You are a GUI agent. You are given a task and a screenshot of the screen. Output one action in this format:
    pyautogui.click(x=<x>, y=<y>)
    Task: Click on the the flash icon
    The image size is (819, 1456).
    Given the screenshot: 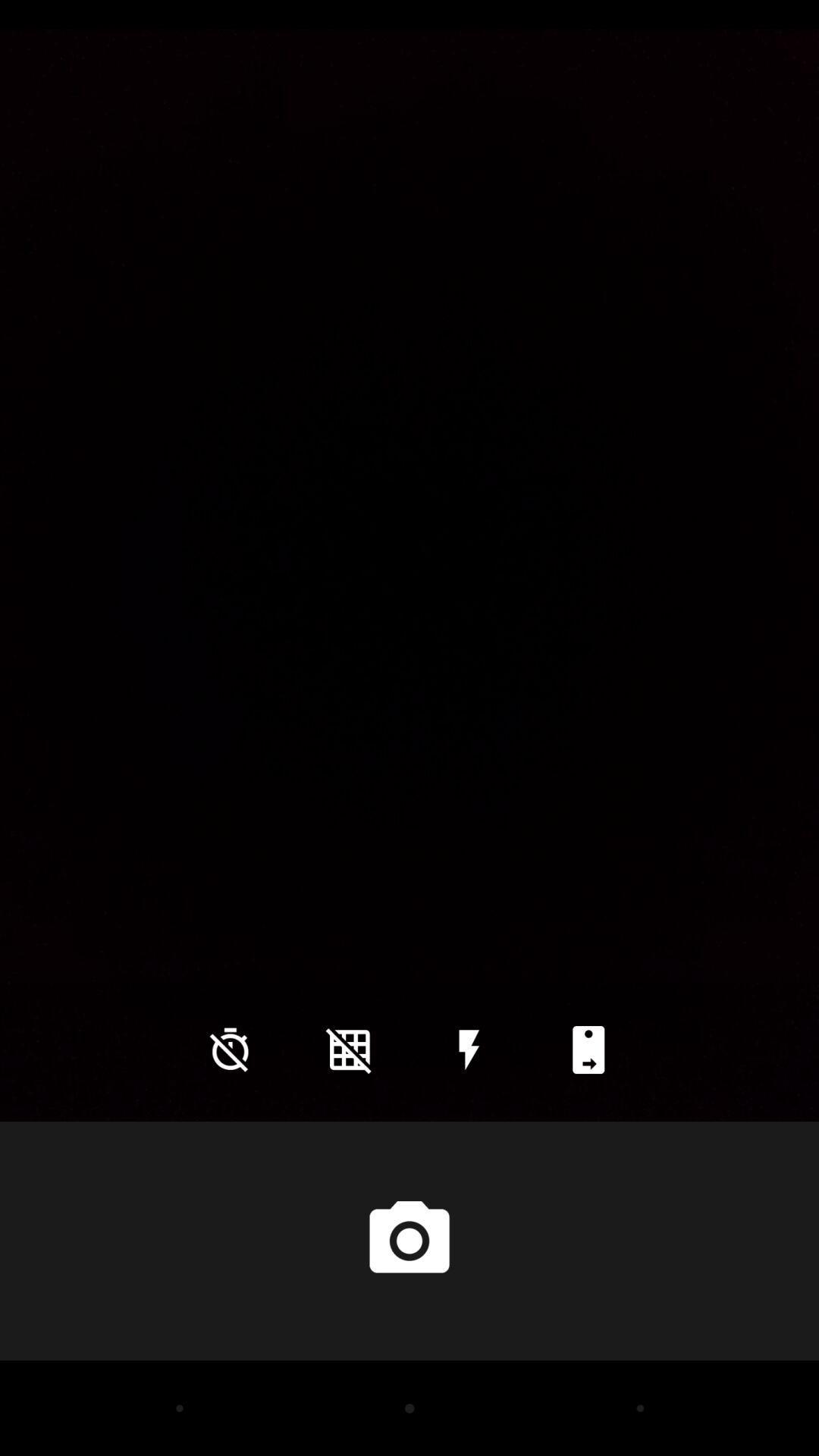 What is the action you would take?
    pyautogui.click(x=468, y=1049)
    